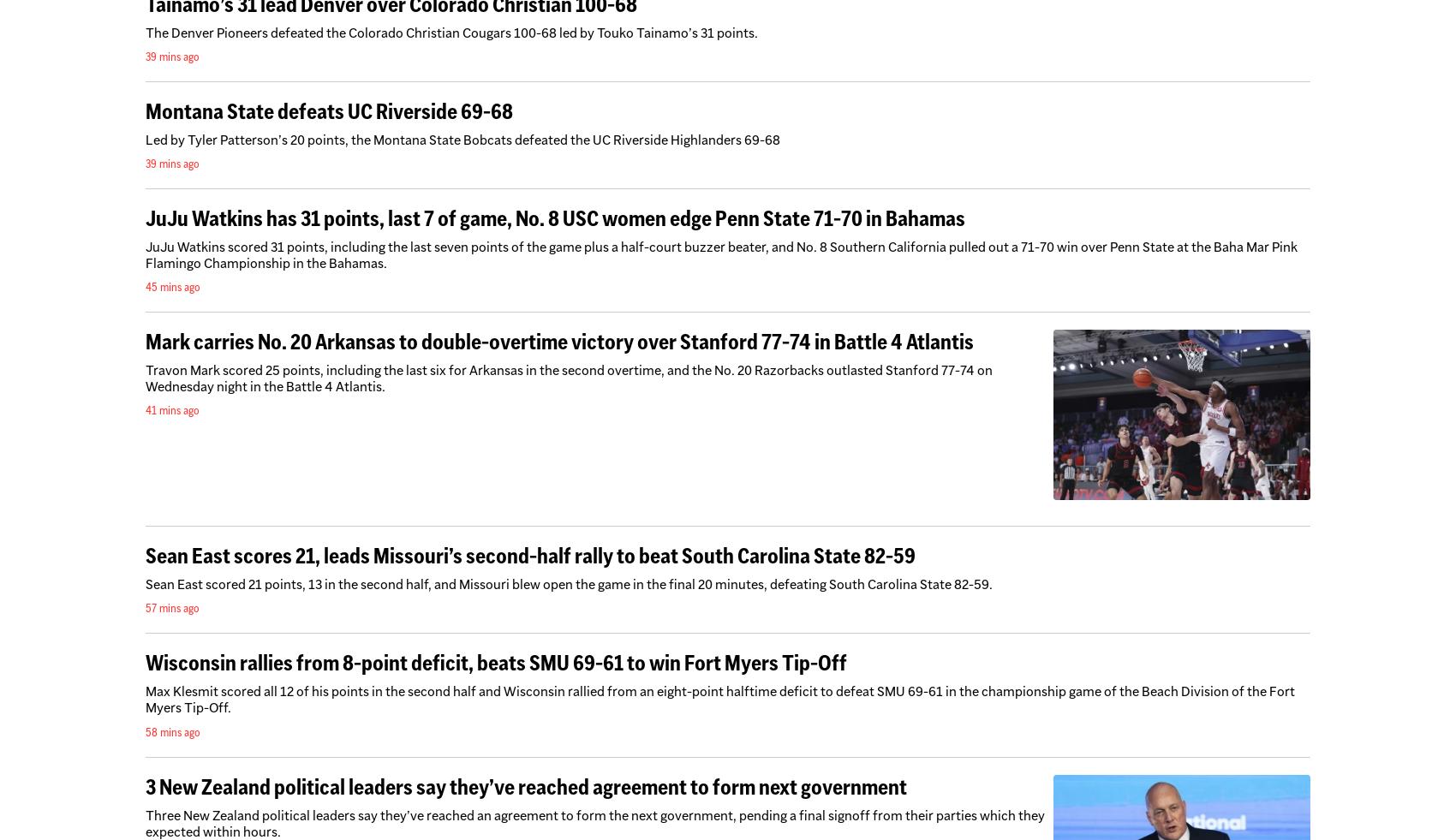 This screenshot has height=840, width=1456. What do you see at coordinates (529, 556) in the screenshot?
I see `'Sean East scores 21, leads Missouri’s second-half rally to beat South Carolina State 82-59'` at bounding box center [529, 556].